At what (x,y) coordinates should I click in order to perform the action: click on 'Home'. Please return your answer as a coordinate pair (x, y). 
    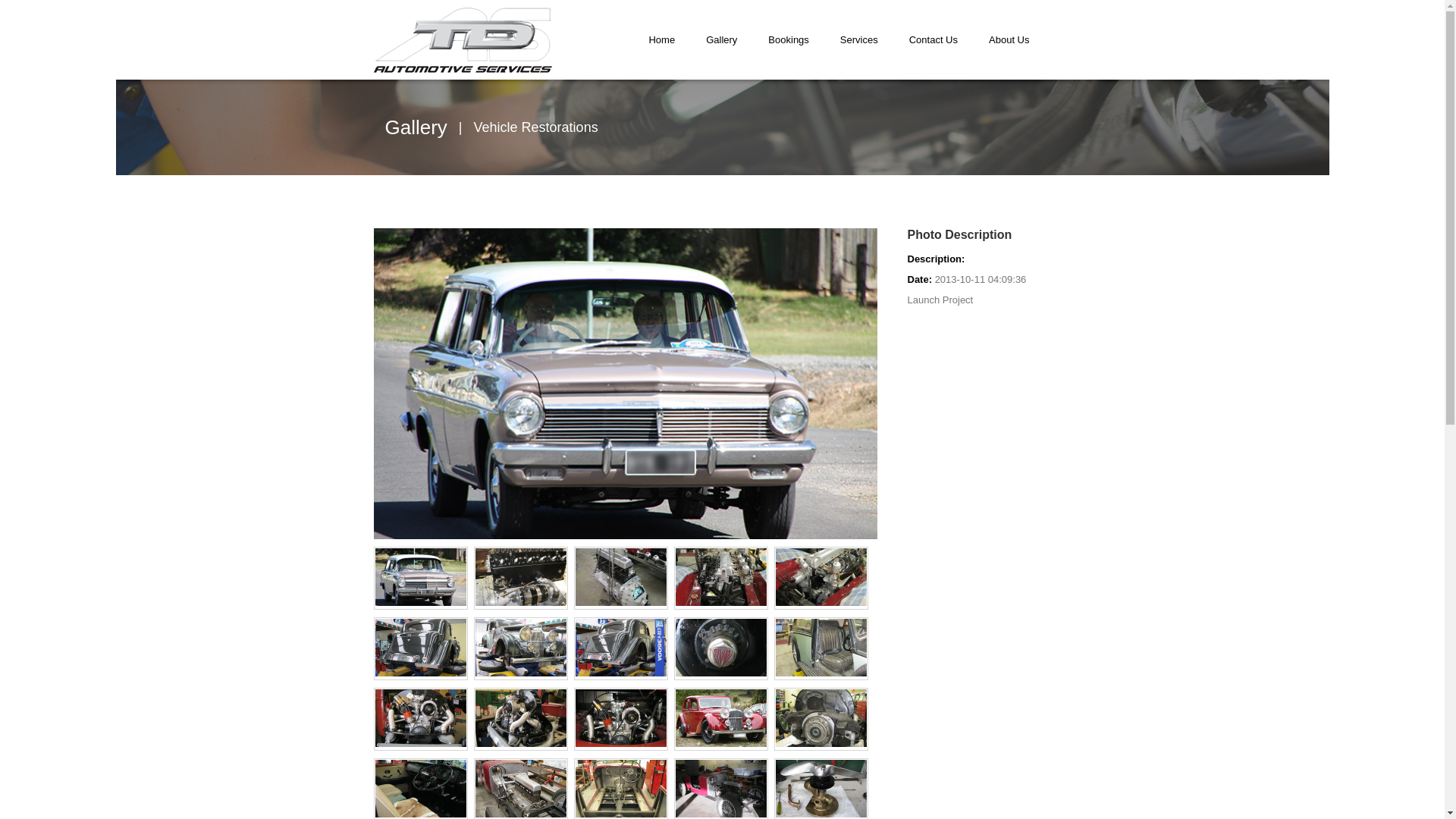
    Looking at the image, I should click on (661, 39).